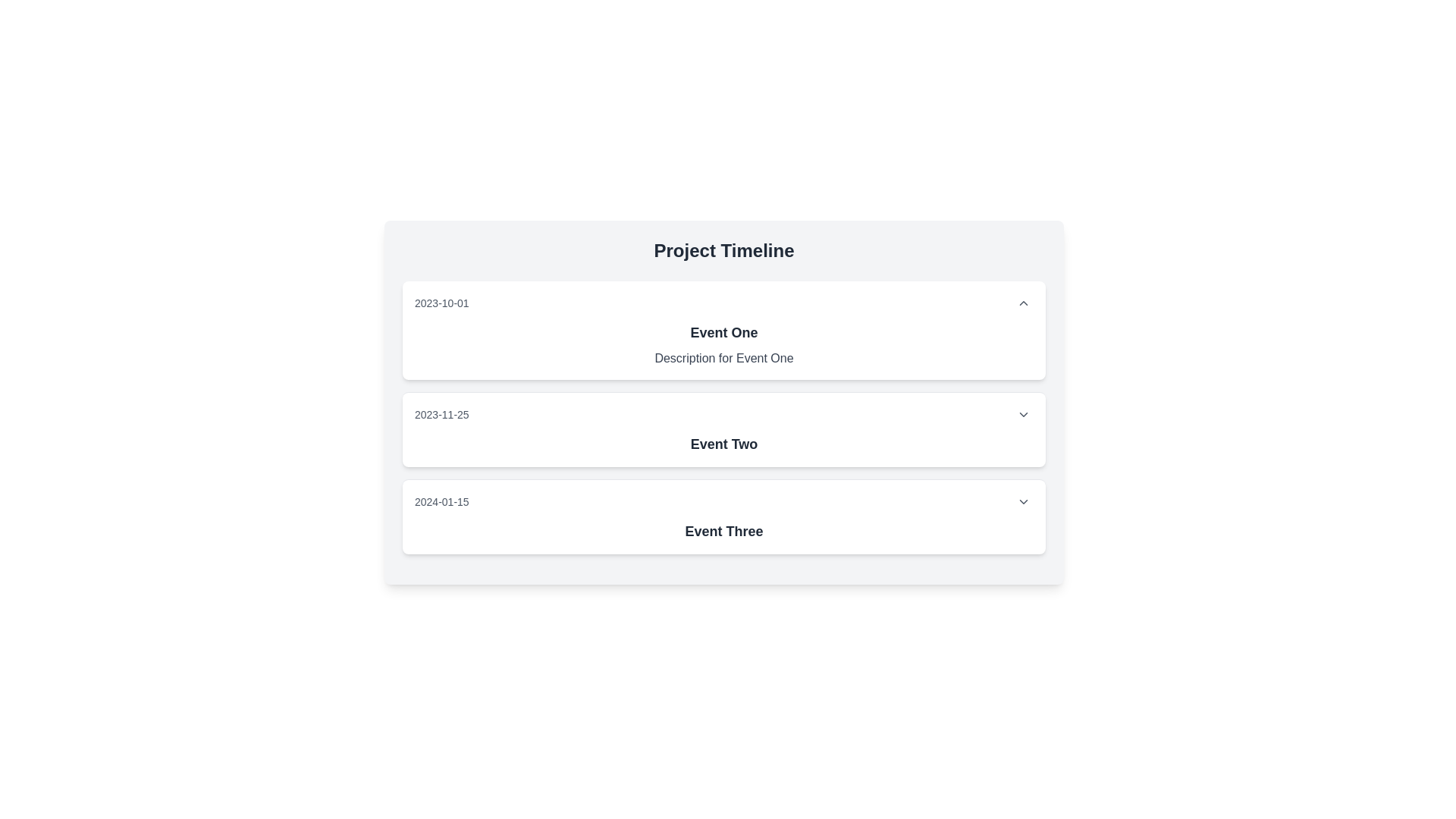 The width and height of the screenshot is (1456, 819). What do you see at coordinates (1023, 502) in the screenshot?
I see `the button located on the rightmost side of the third row in the timeline list, beside the '2024-01-15' label` at bounding box center [1023, 502].